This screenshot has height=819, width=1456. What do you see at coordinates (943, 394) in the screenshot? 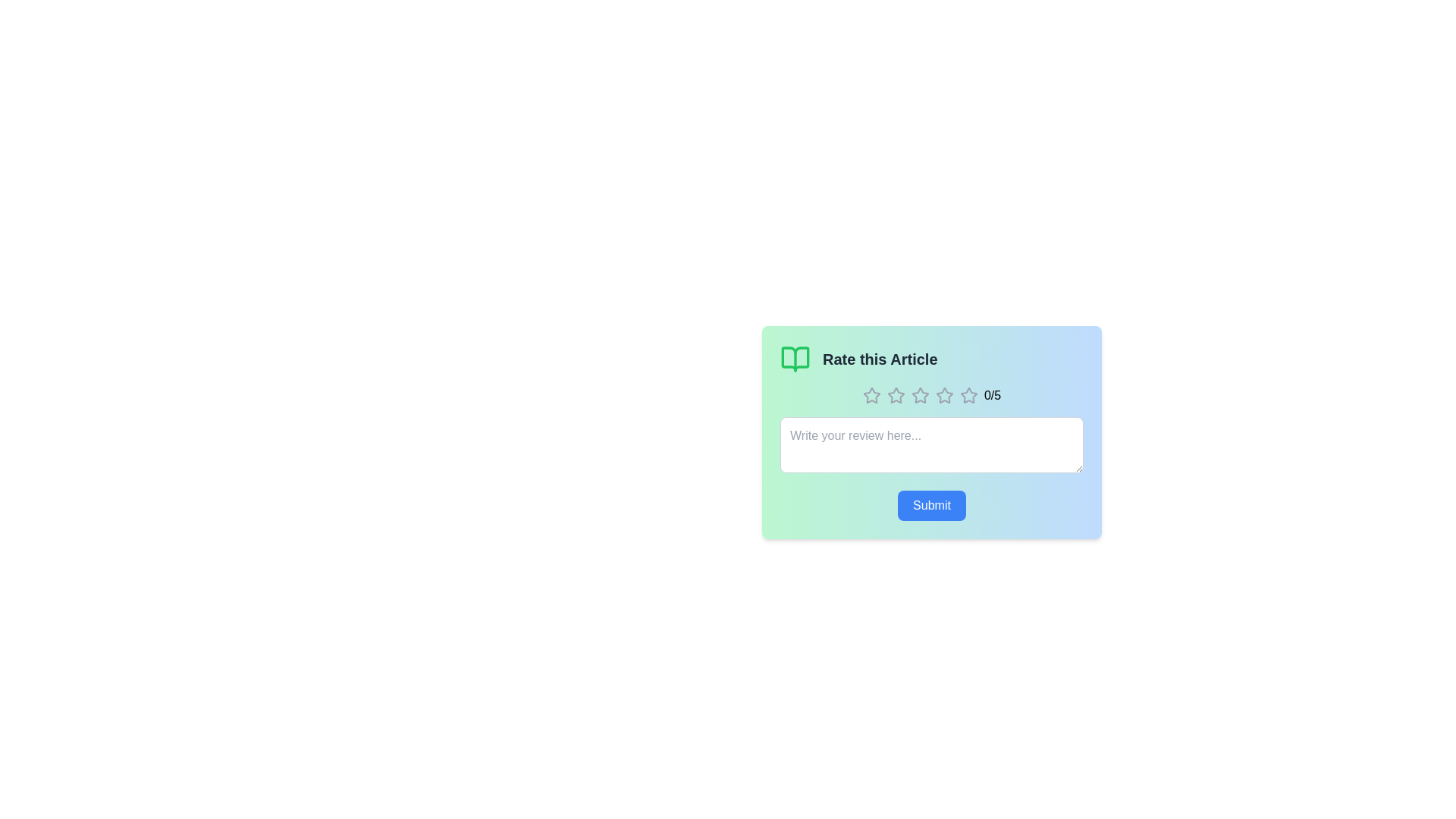
I see `the star corresponding to the rating 4` at bounding box center [943, 394].